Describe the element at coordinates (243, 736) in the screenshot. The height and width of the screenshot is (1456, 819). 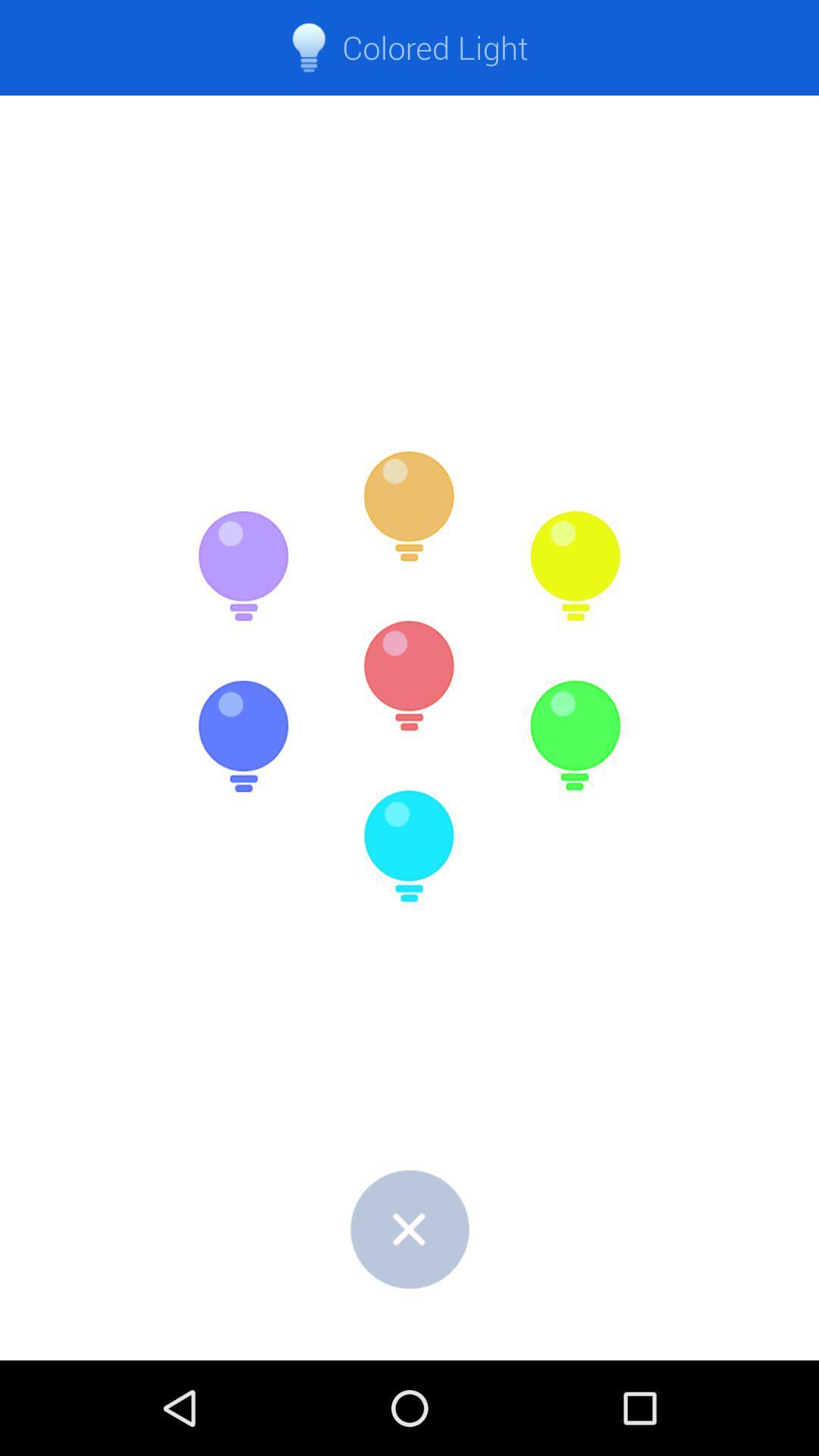
I see `dark blue colored light` at that location.